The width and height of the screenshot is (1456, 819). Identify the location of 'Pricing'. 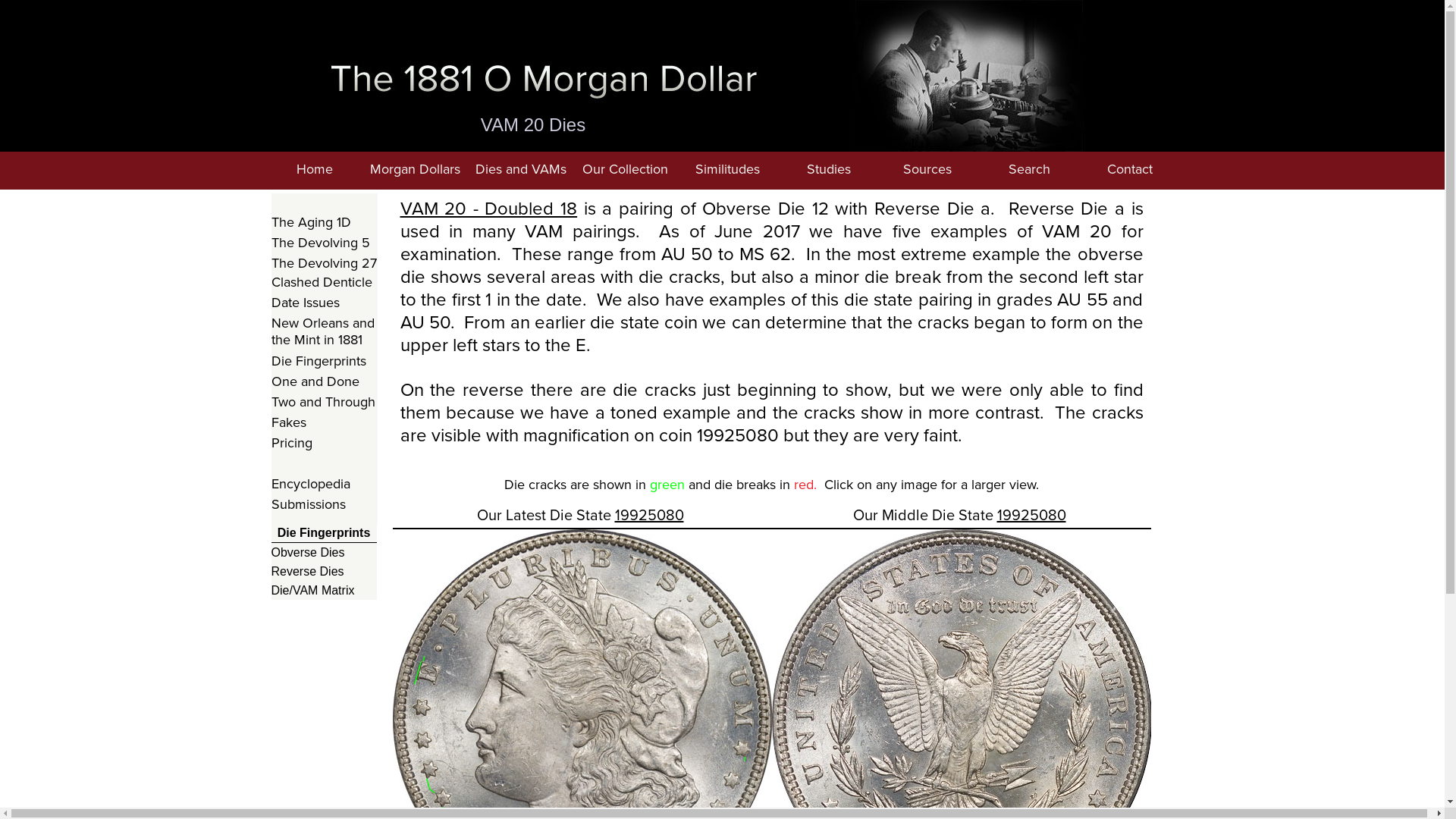
(323, 443).